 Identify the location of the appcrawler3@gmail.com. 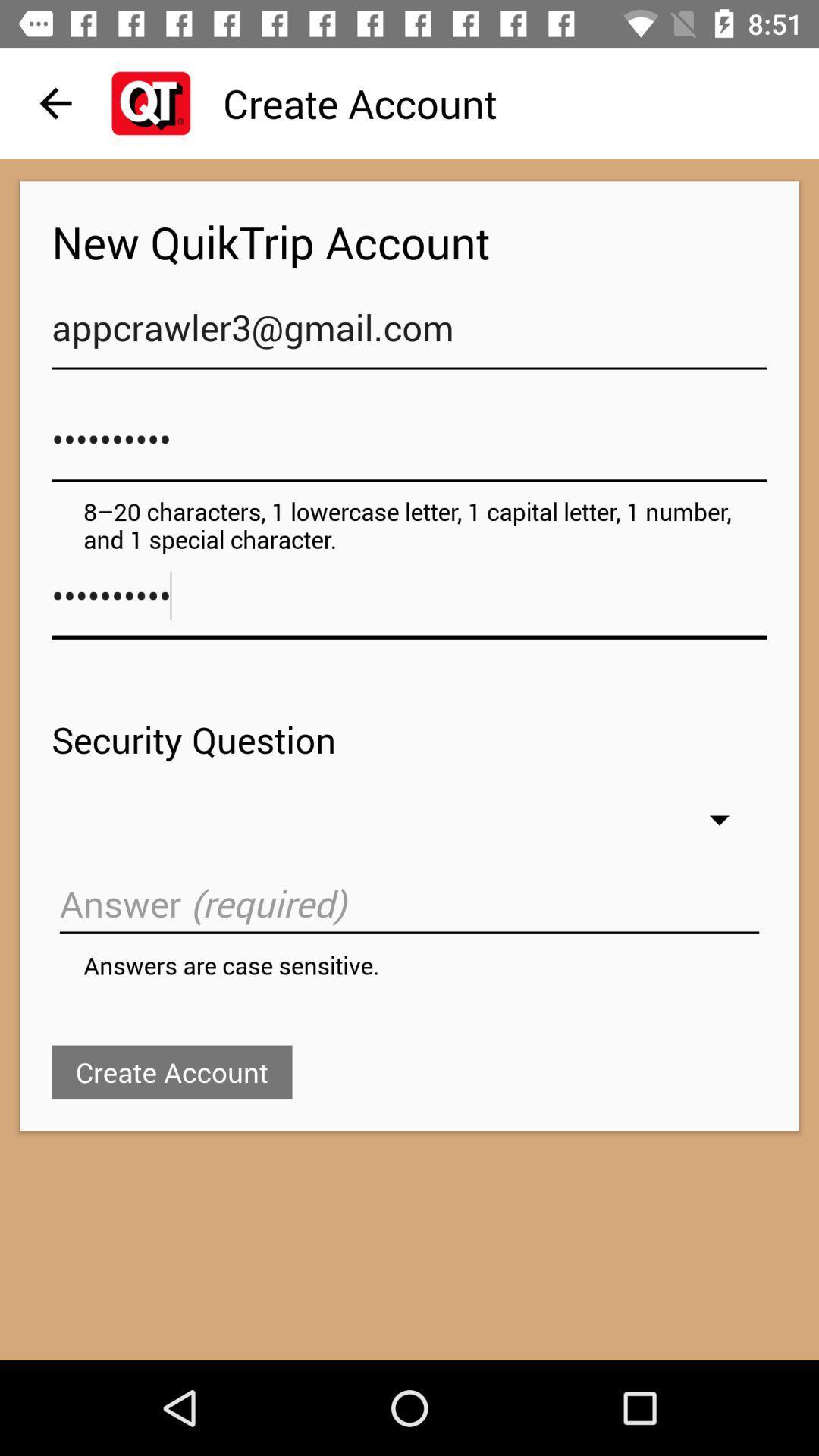
(409, 334).